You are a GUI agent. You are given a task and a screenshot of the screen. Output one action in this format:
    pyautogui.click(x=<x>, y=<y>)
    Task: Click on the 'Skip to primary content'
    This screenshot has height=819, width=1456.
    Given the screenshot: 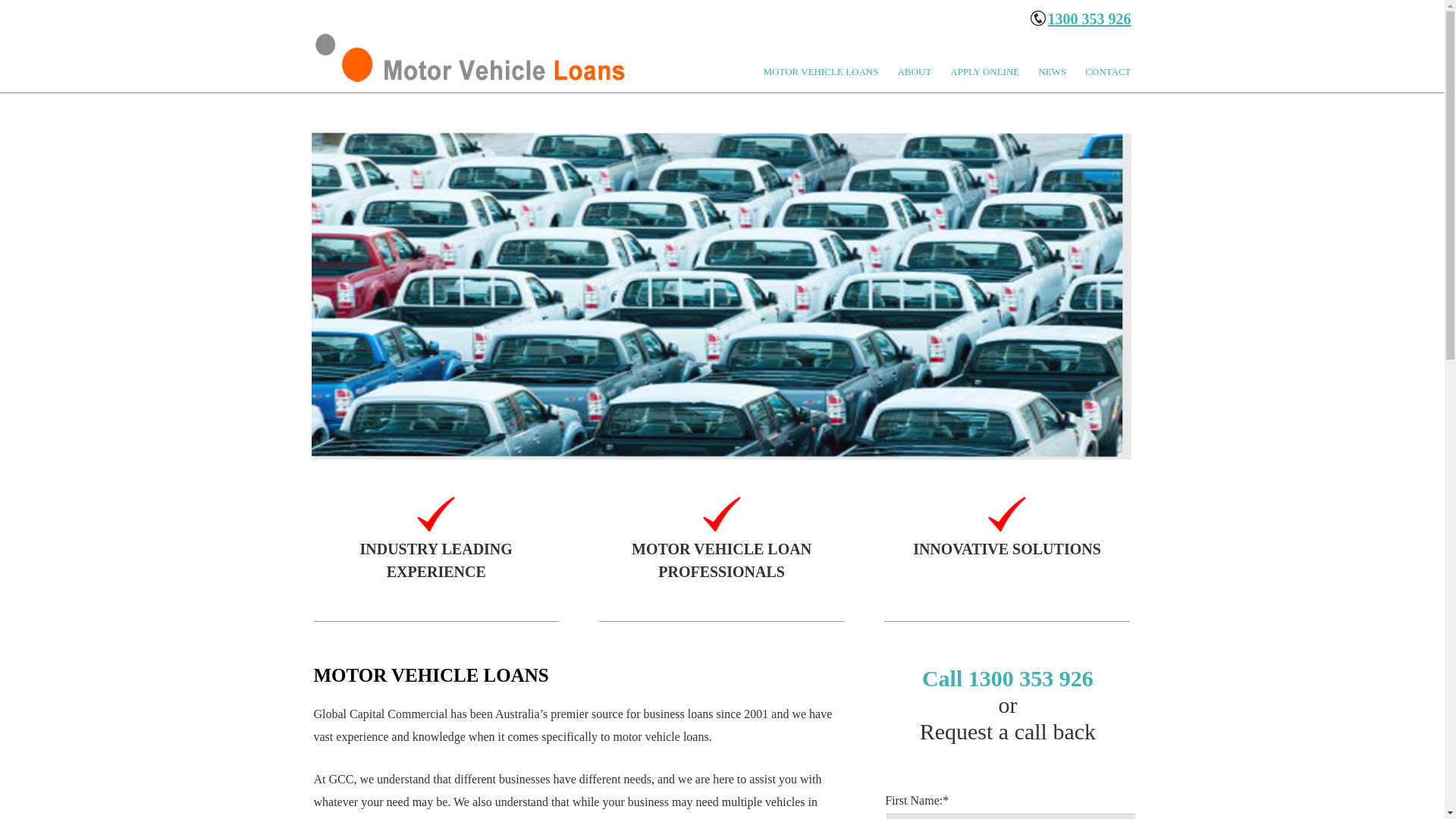 What is the action you would take?
    pyautogui.click(x=692, y=72)
    